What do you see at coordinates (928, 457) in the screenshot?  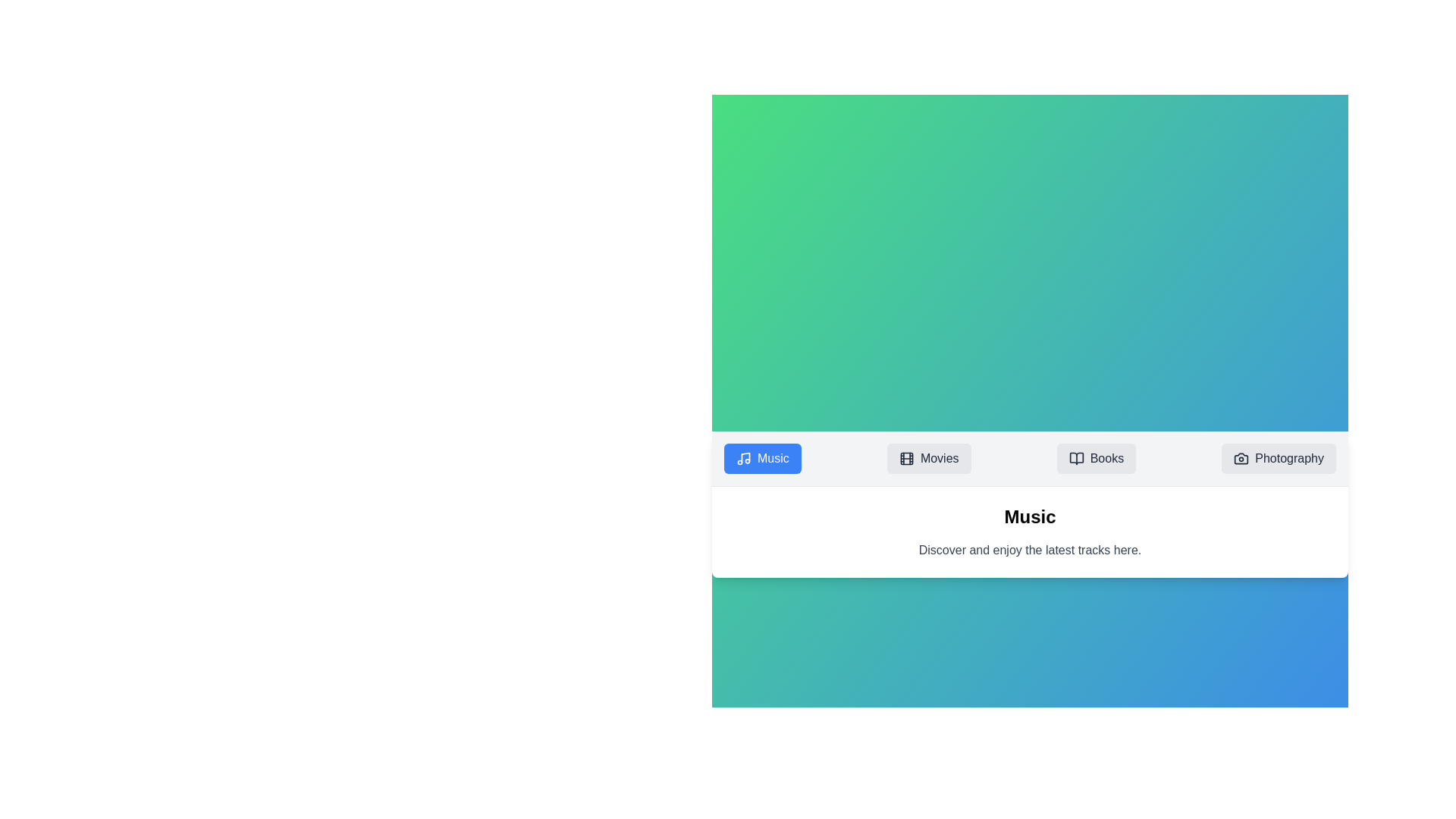 I see `the 'Movies' button, which is the second button in a sequence of options below a colored header` at bounding box center [928, 457].